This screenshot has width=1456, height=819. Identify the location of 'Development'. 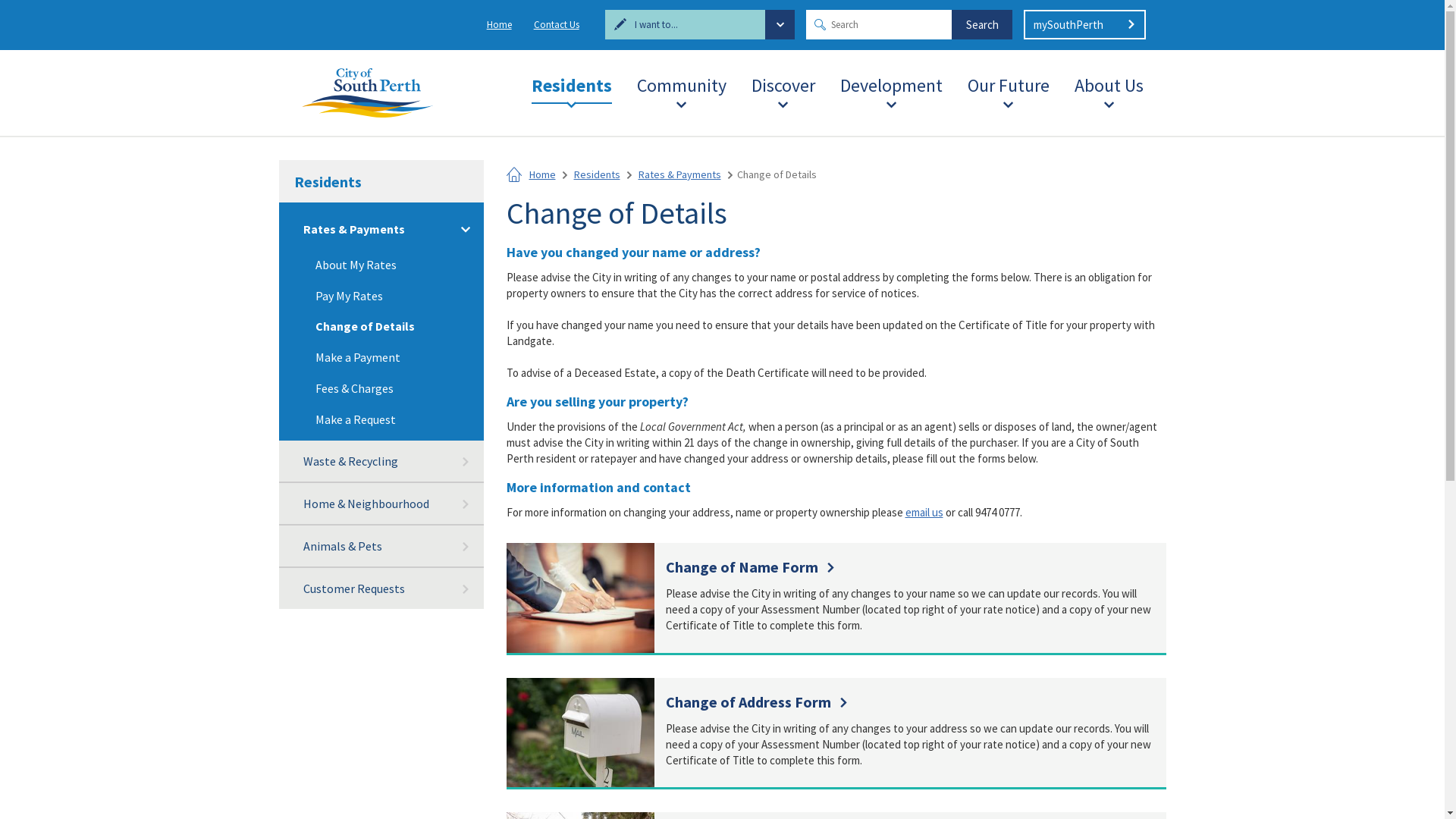
(891, 82).